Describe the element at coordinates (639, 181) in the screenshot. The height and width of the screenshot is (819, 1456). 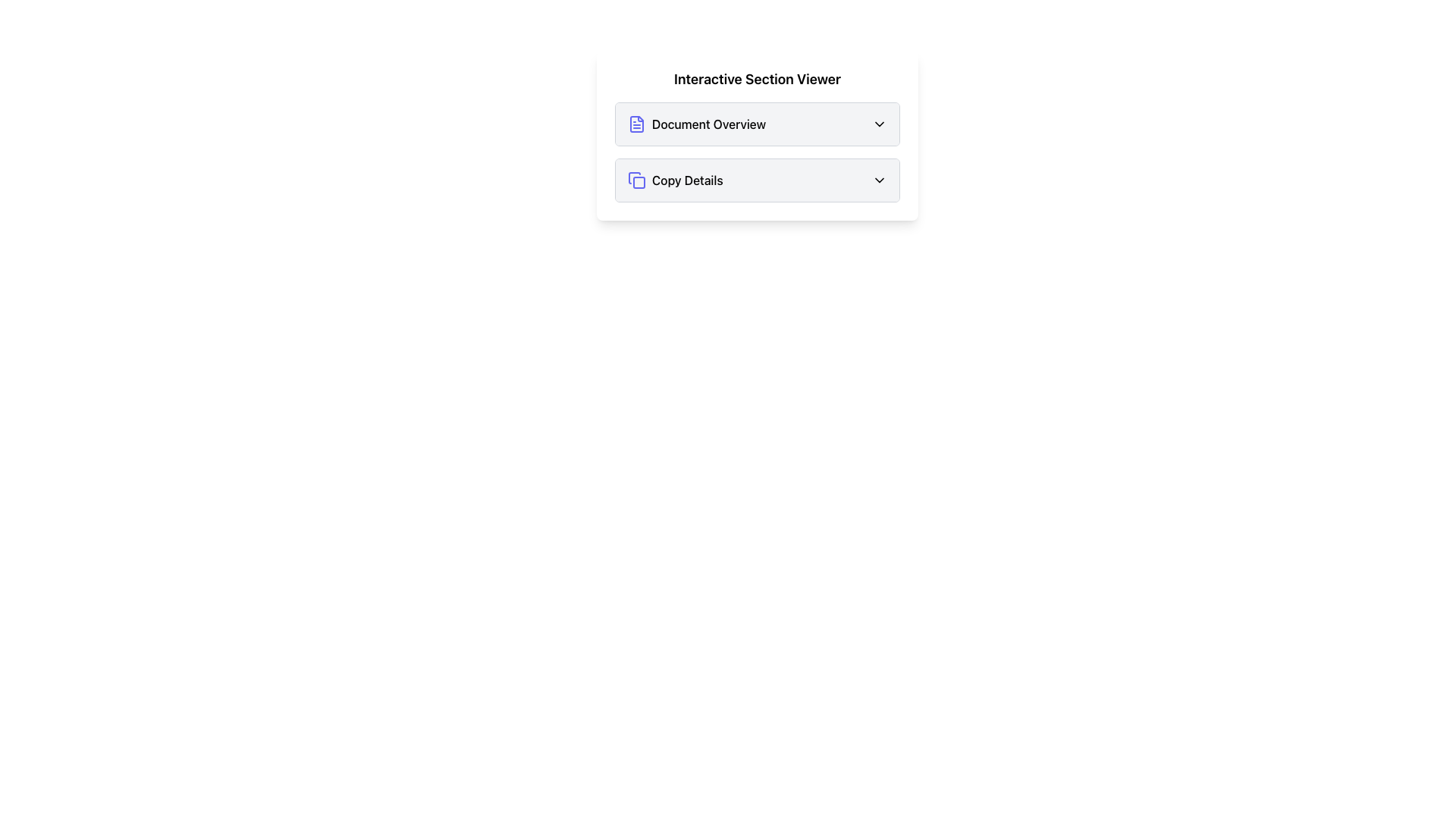
I see `the small light gray rectangle with rounded corners inside the 'Copy Details' button, which is positioned to the left of the button label` at that location.